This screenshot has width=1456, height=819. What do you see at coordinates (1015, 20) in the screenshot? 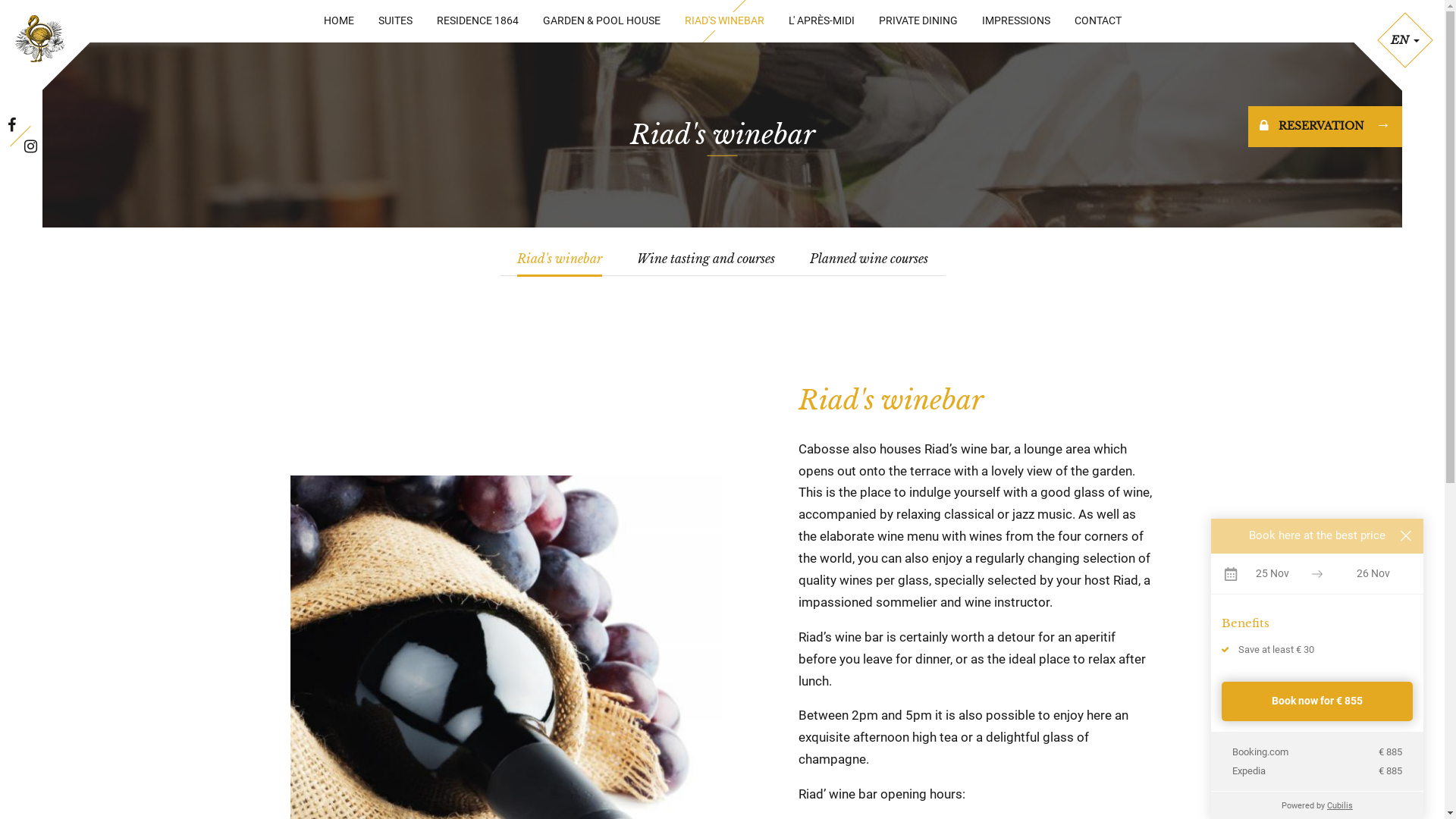
I see `'IMPRESSIONS'` at bounding box center [1015, 20].